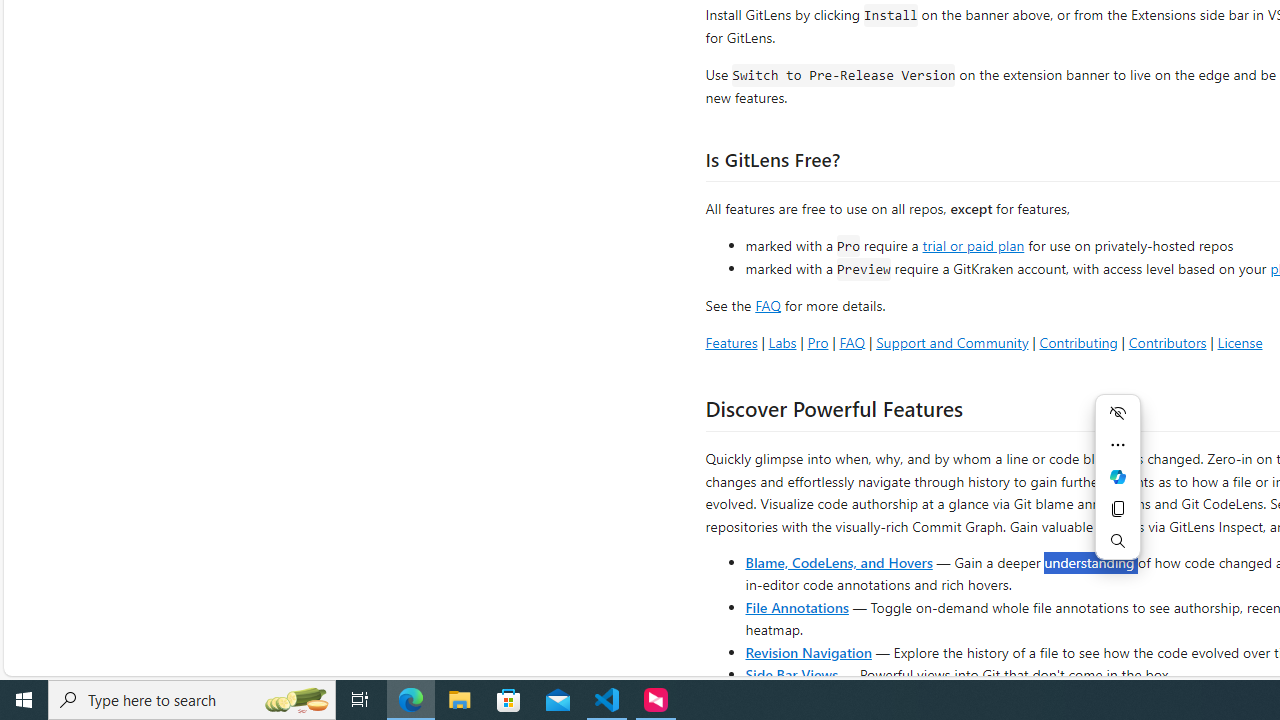 The image size is (1280, 720). What do you see at coordinates (817, 341) in the screenshot?
I see `'Pro'` at bounding box center [817, 341].